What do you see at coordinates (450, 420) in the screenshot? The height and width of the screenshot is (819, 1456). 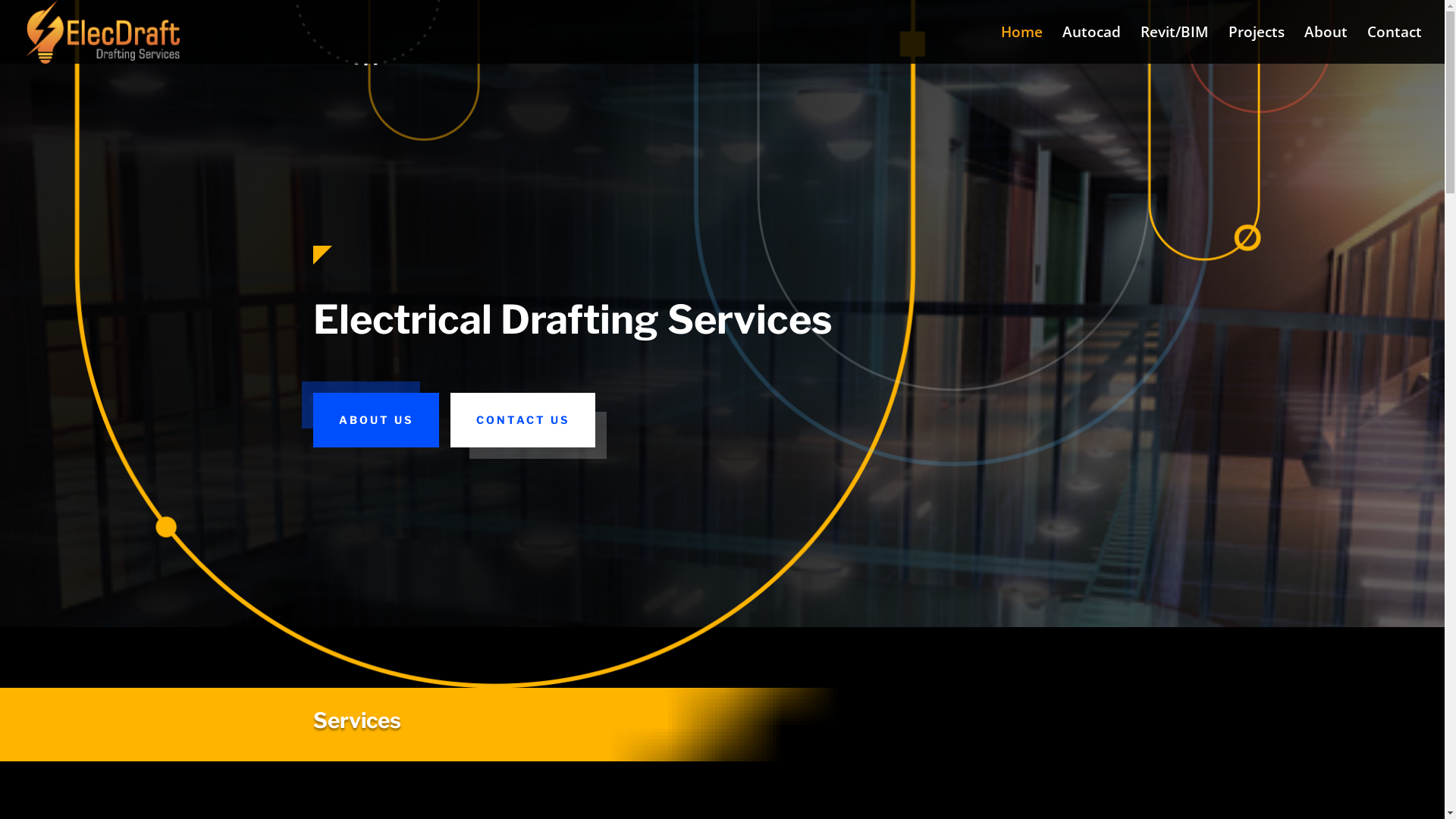 I see `'CONTACT US'` at bounding box center [450, 420].